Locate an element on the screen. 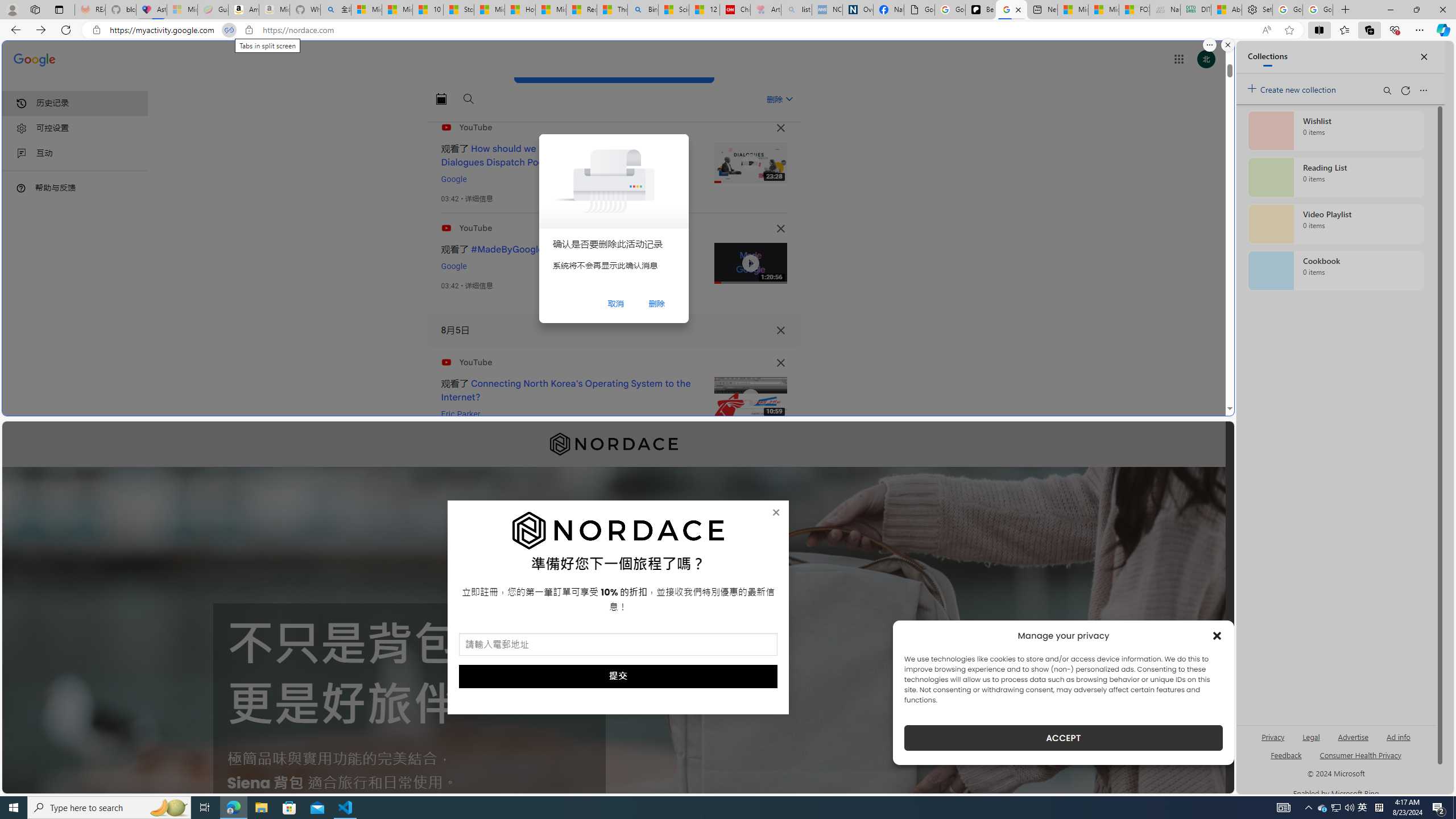  'AutomationID: input_5_1' is located at coordinates (617, 644).